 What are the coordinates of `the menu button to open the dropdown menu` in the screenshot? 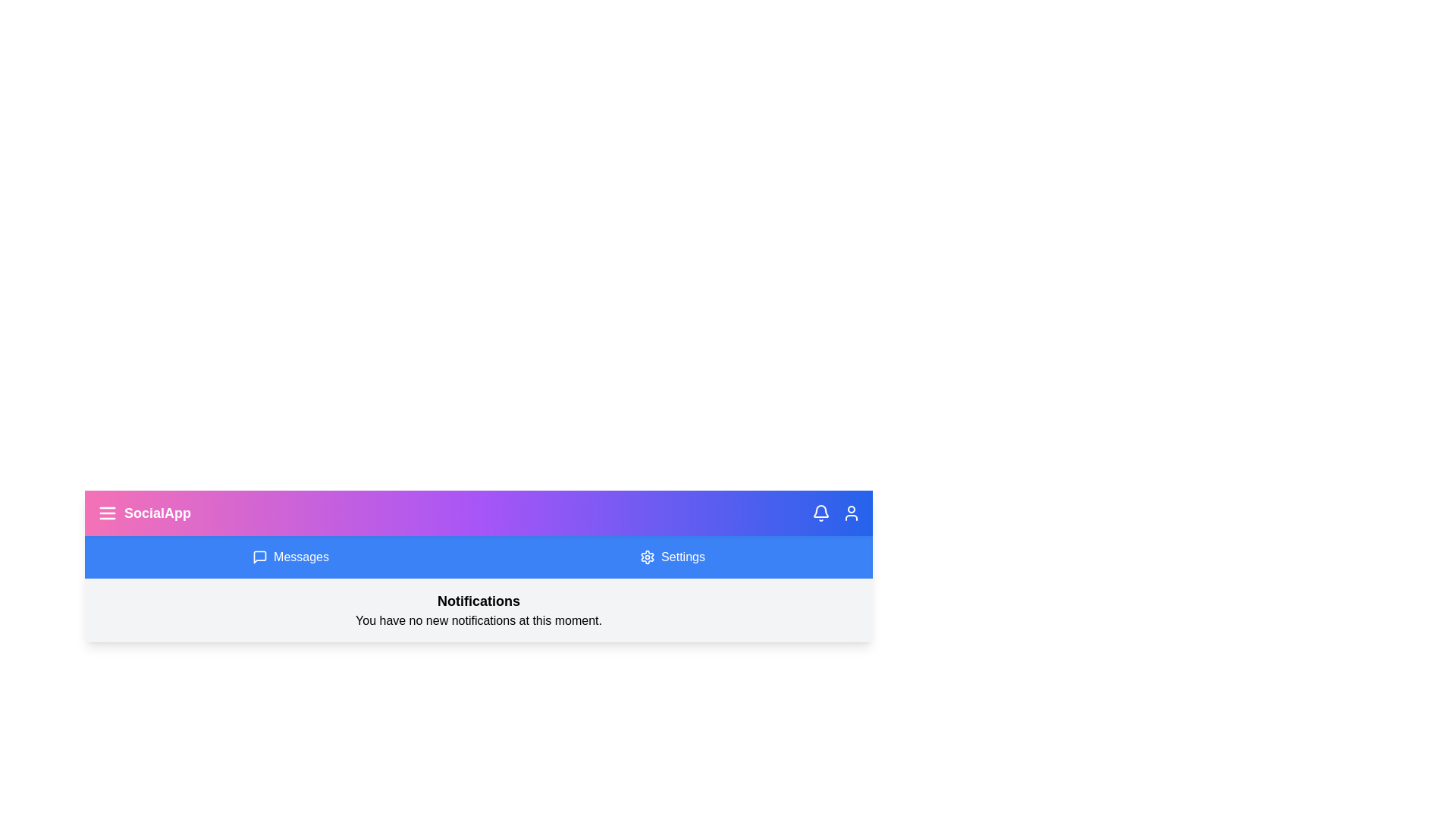 It's located at (107, 513).